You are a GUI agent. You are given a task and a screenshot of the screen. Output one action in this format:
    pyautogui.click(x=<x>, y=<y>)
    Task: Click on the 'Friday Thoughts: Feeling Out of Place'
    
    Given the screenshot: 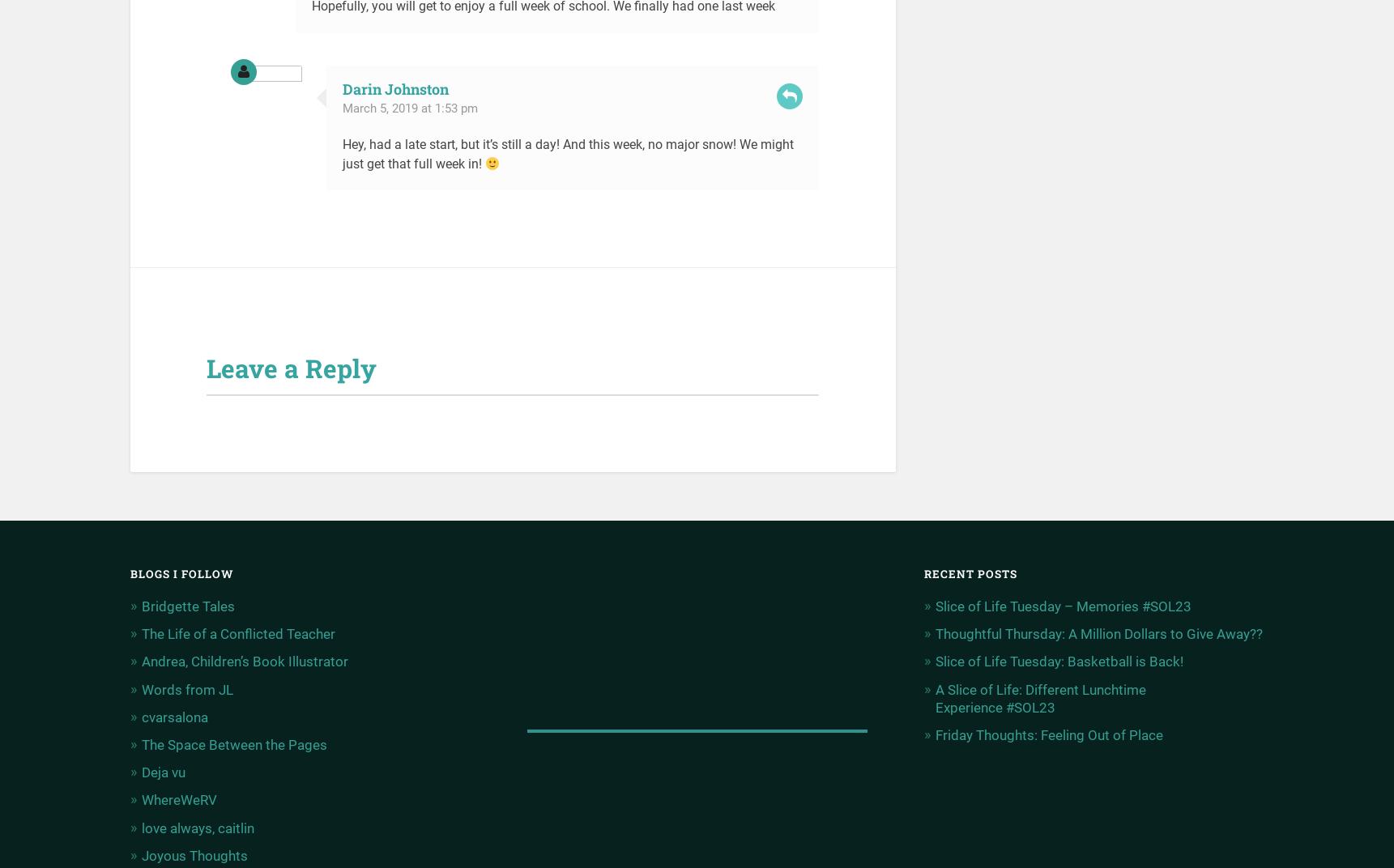 What is the action you would take?
    pyautogui.click(x=1048, y=734)
    